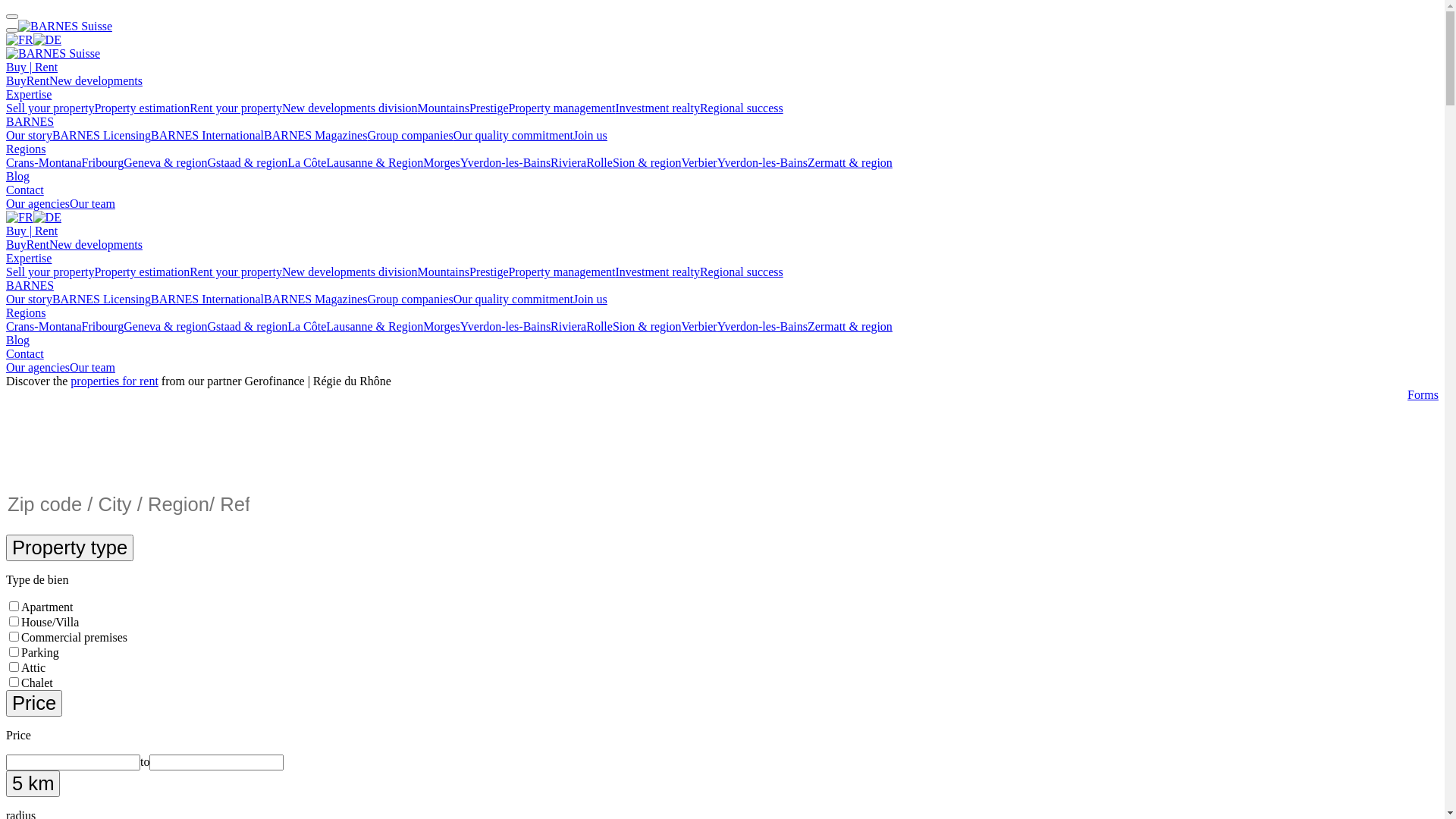  I want to click on 'Our team', so click(91, 202).